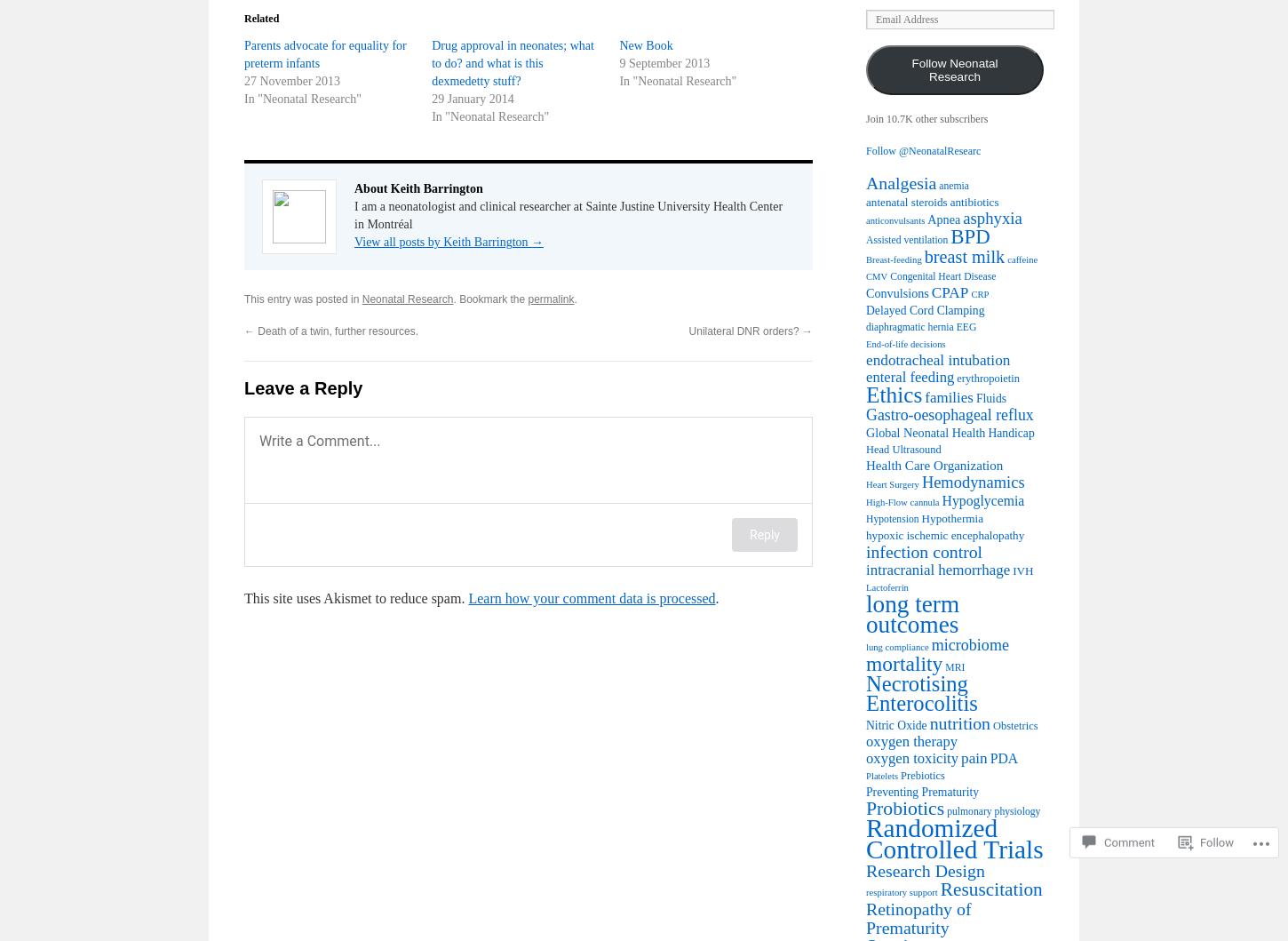  I want to click on 'Death of a twin, further resources.', so click(254, 330).